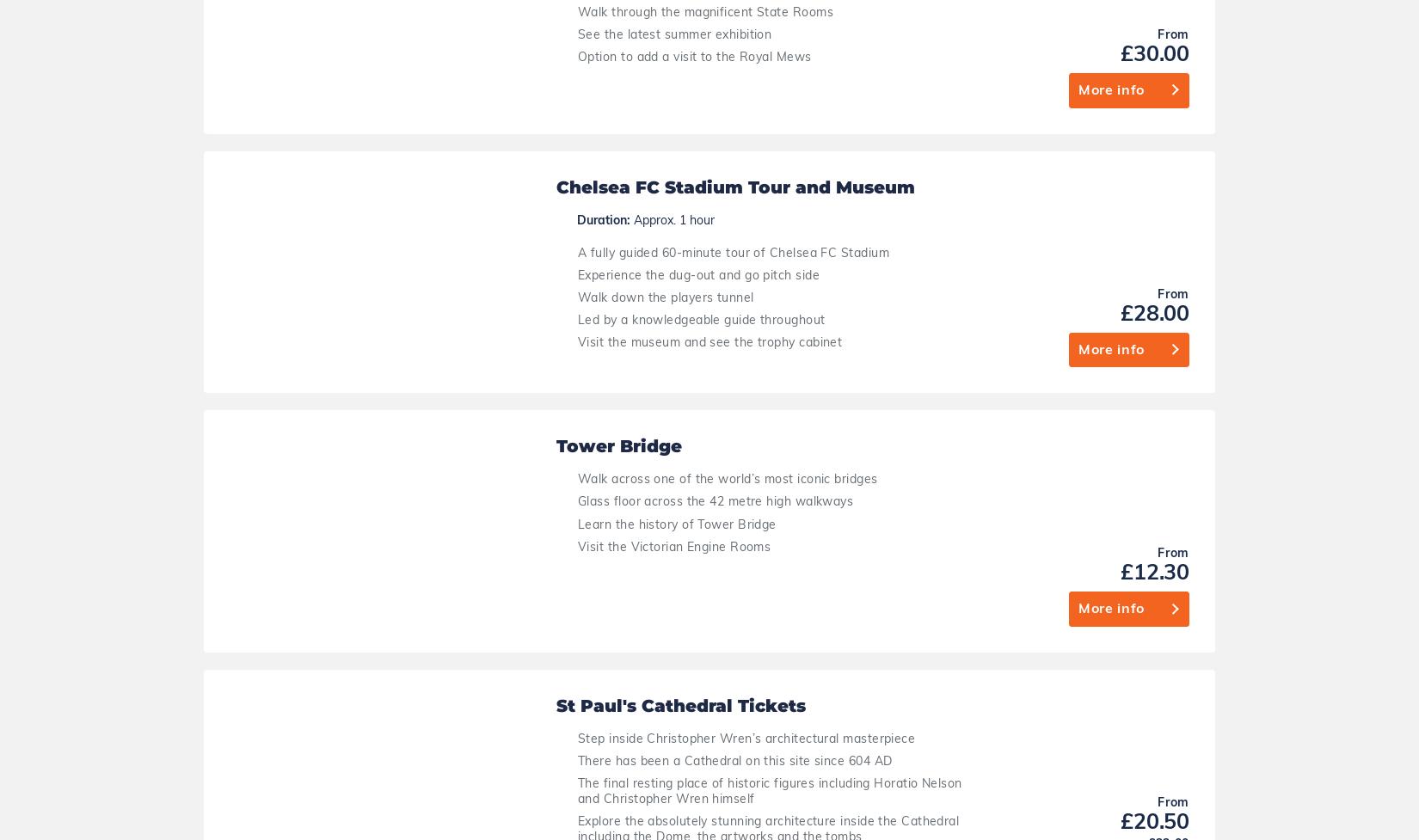 The image size is (1419, 840). Describe the element at coordinates (577, 448) in the screenshot. I see `'The location of the iconic wedding between Prince William and Kate Middleton'` at that location.